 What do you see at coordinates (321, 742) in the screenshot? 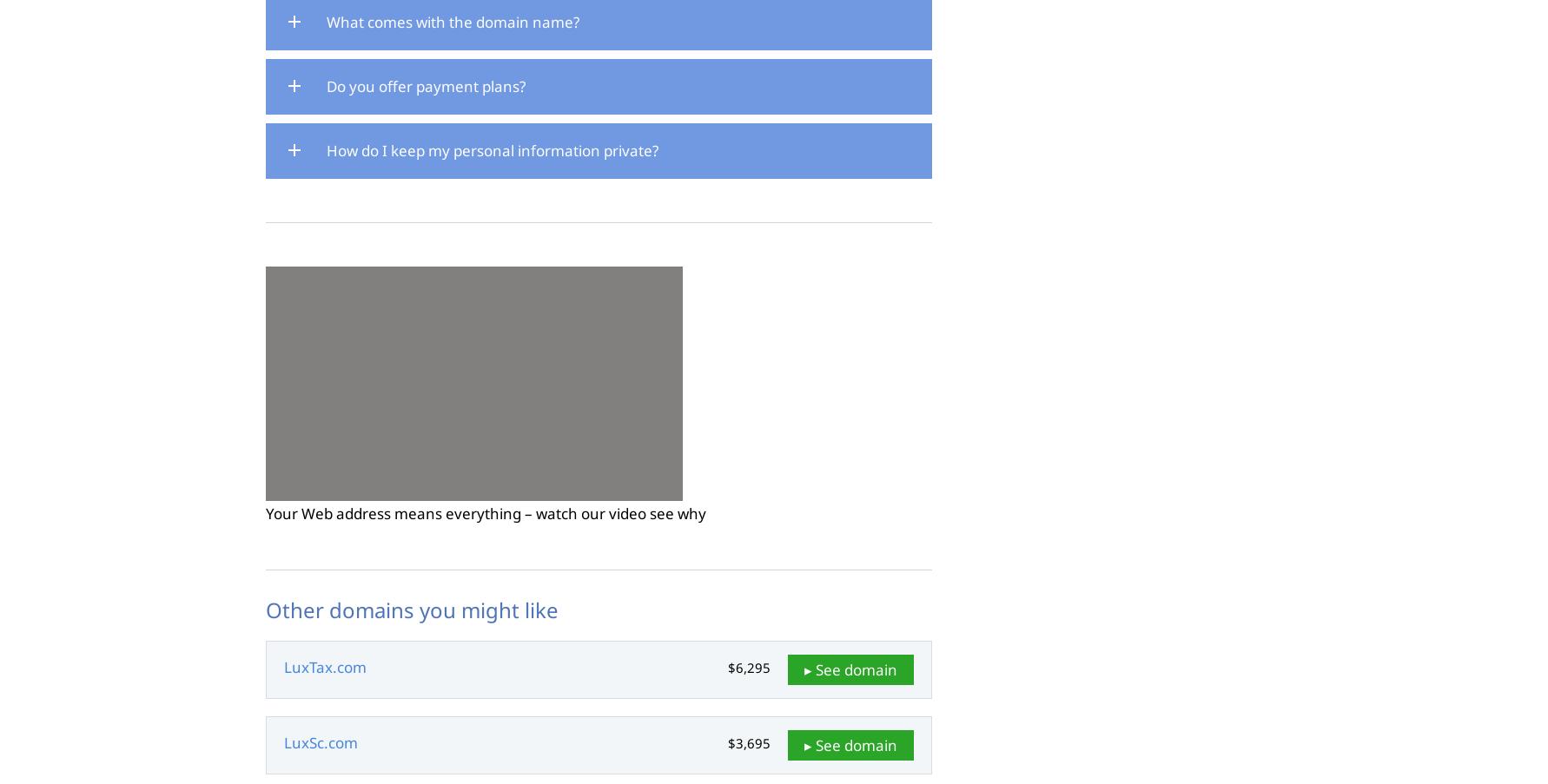
I see `'LuxSc.com'` at bounding box center [321, 742].